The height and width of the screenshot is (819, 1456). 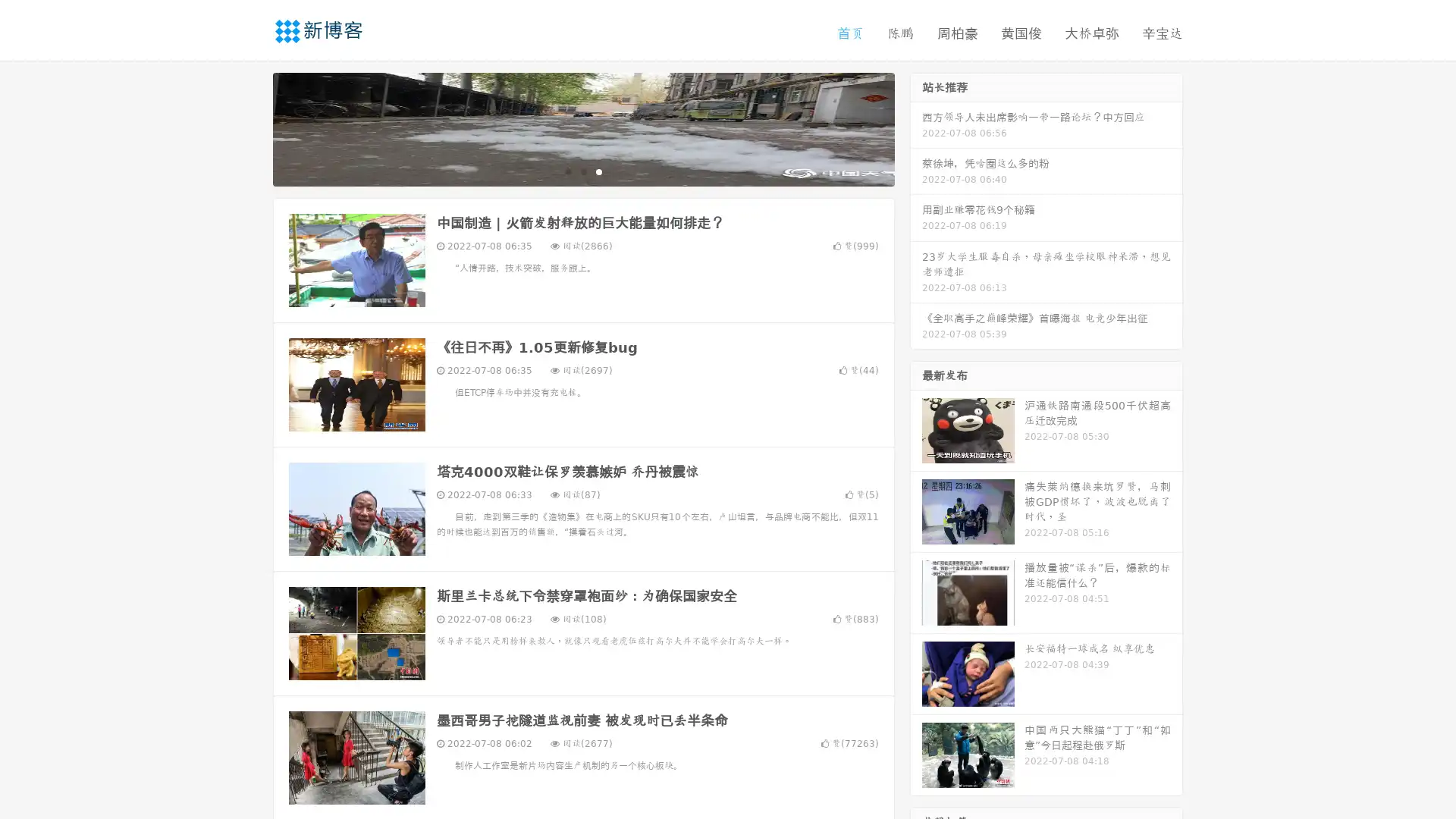 I want to click on Go to slide 1, so click(x=567, y=171).